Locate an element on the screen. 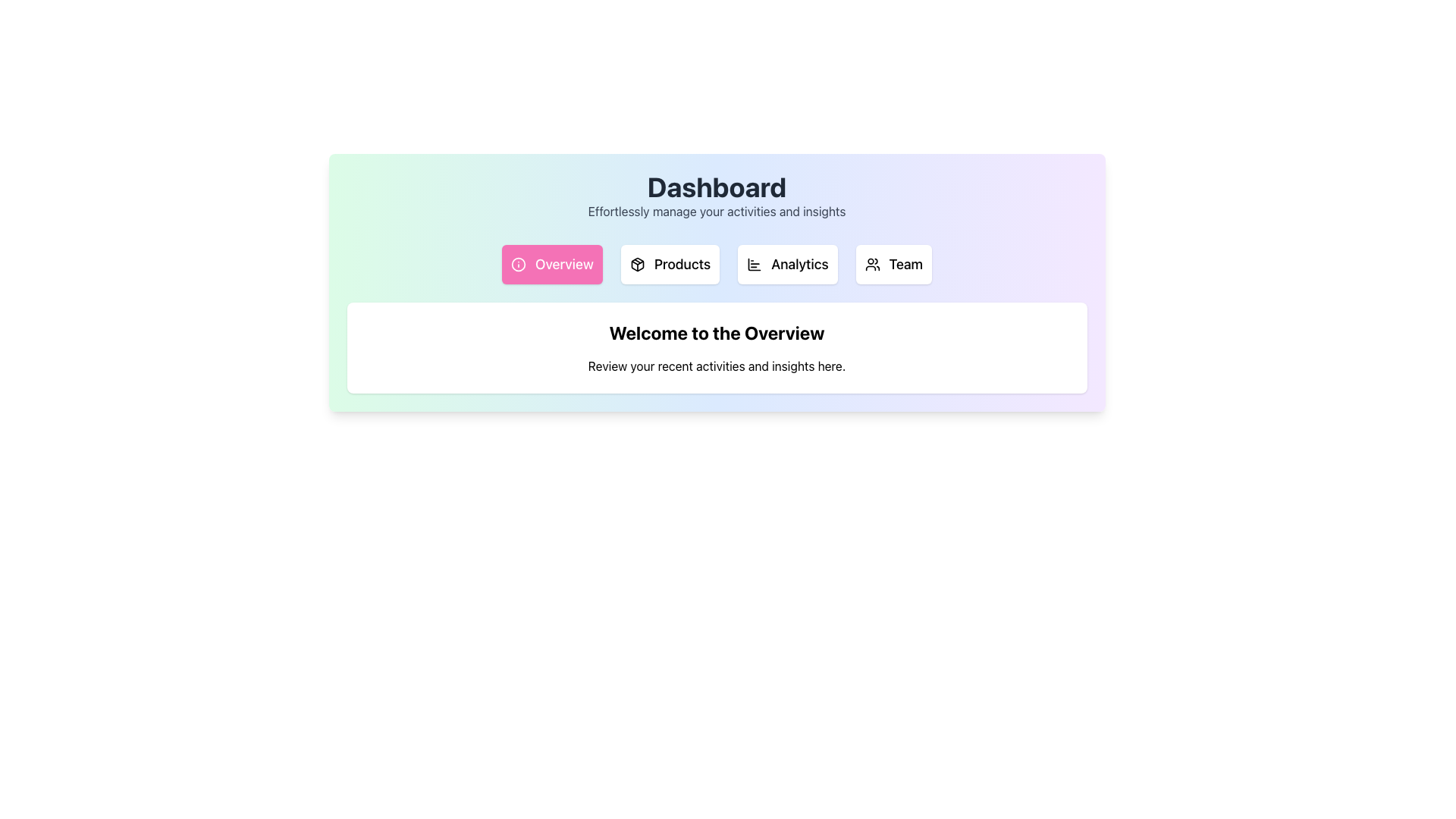  the compact rectangular SVG Icon depicting a package or box located within the 'Products' button in the navigation bar below the 'Dashboard' heading is located at coordinates (637, 263).